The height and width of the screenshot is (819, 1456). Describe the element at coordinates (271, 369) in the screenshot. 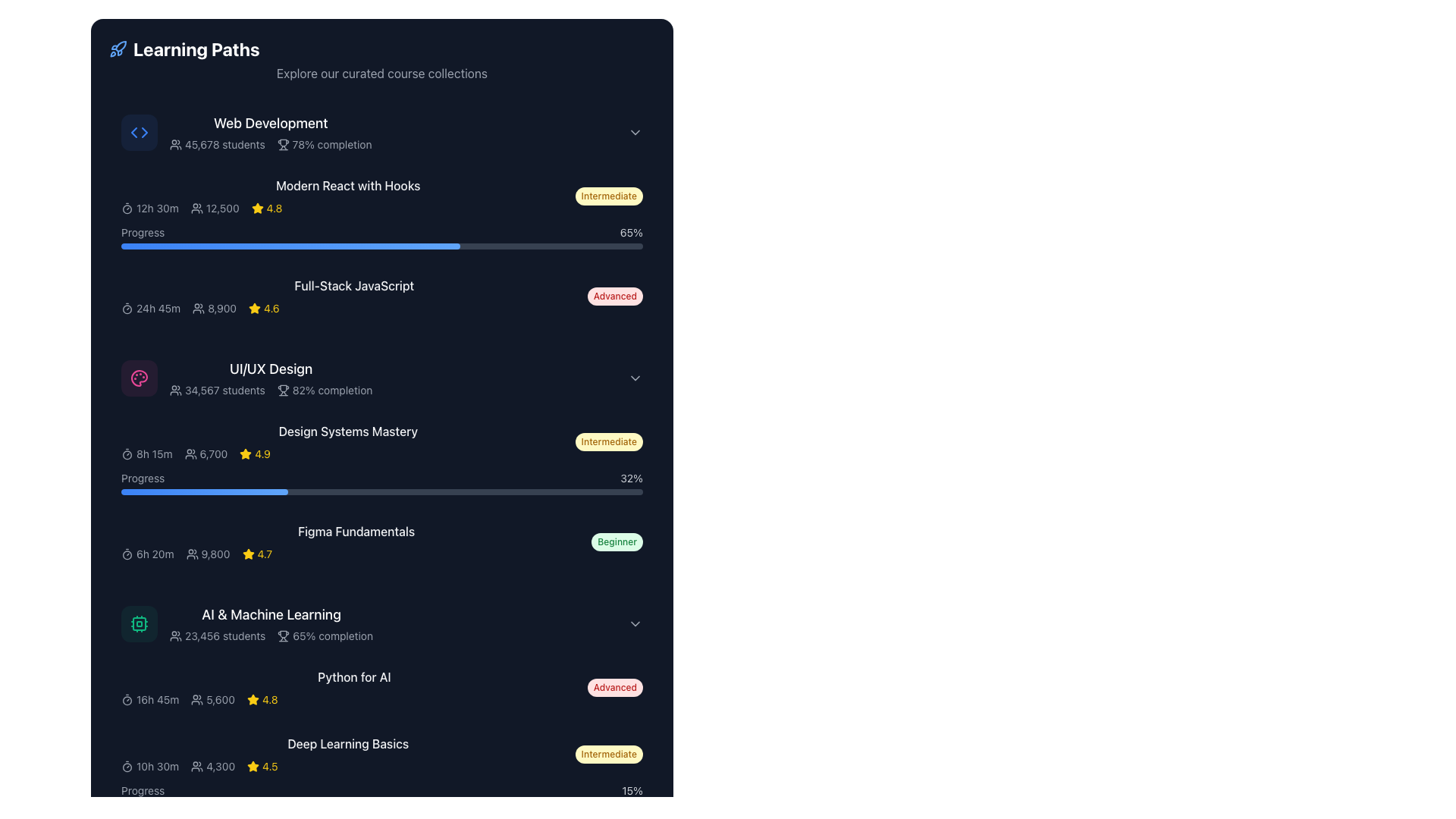

I see `course title from the text label located in the third row of the course listing under the 'Learning Paths' section, which serves as the main title of the 'UI/UX Design' course` at that location.